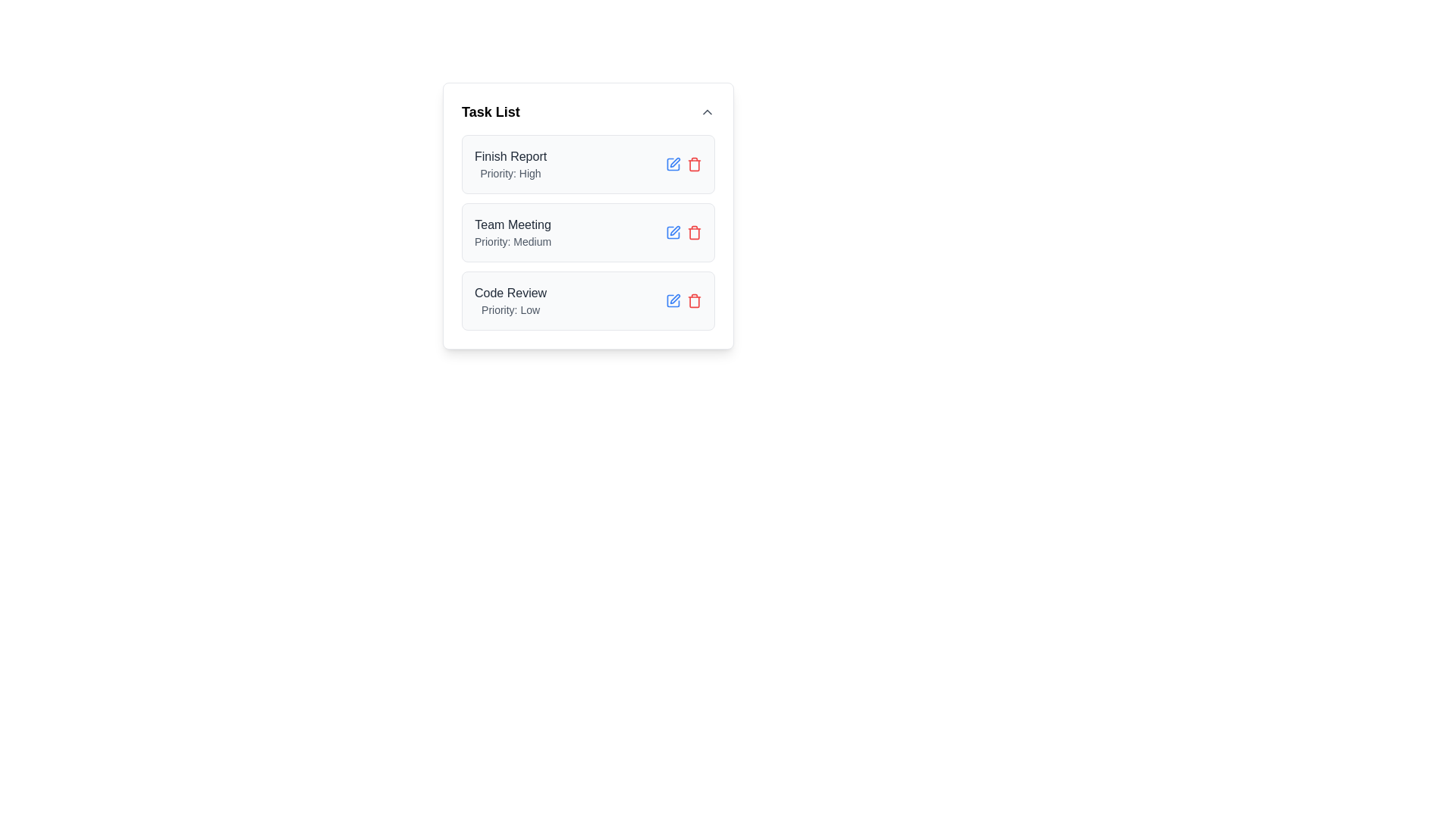  What do you see at coordinates (673, 301) in the screenshot?
I see `the edit button for the 'Code Review' task item` at bounding box center [673, 301].